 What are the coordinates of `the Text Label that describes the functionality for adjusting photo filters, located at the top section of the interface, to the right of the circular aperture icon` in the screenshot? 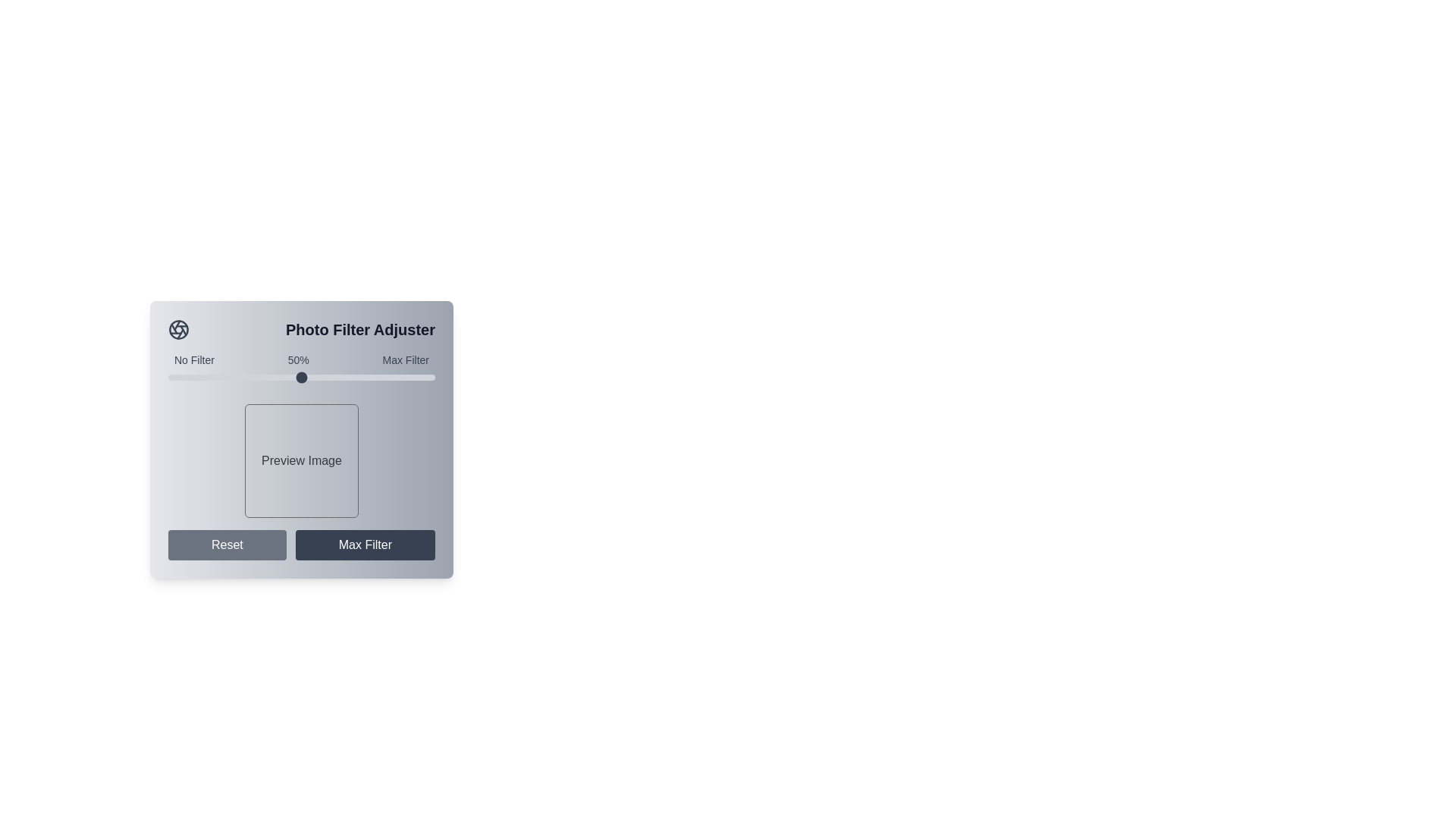 It's located at (359, 329).